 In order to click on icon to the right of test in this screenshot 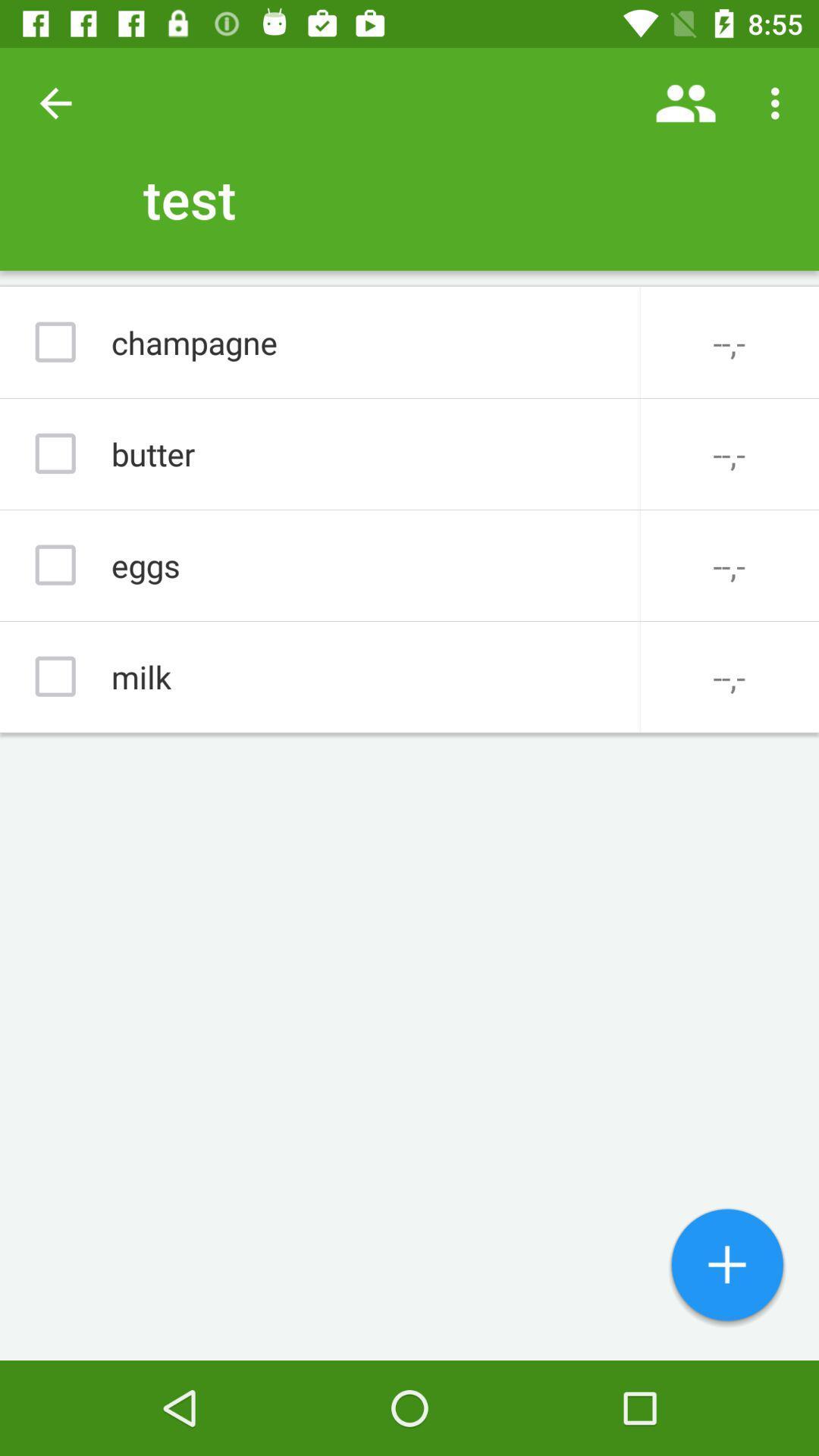, I will do `click(686, 102)`.